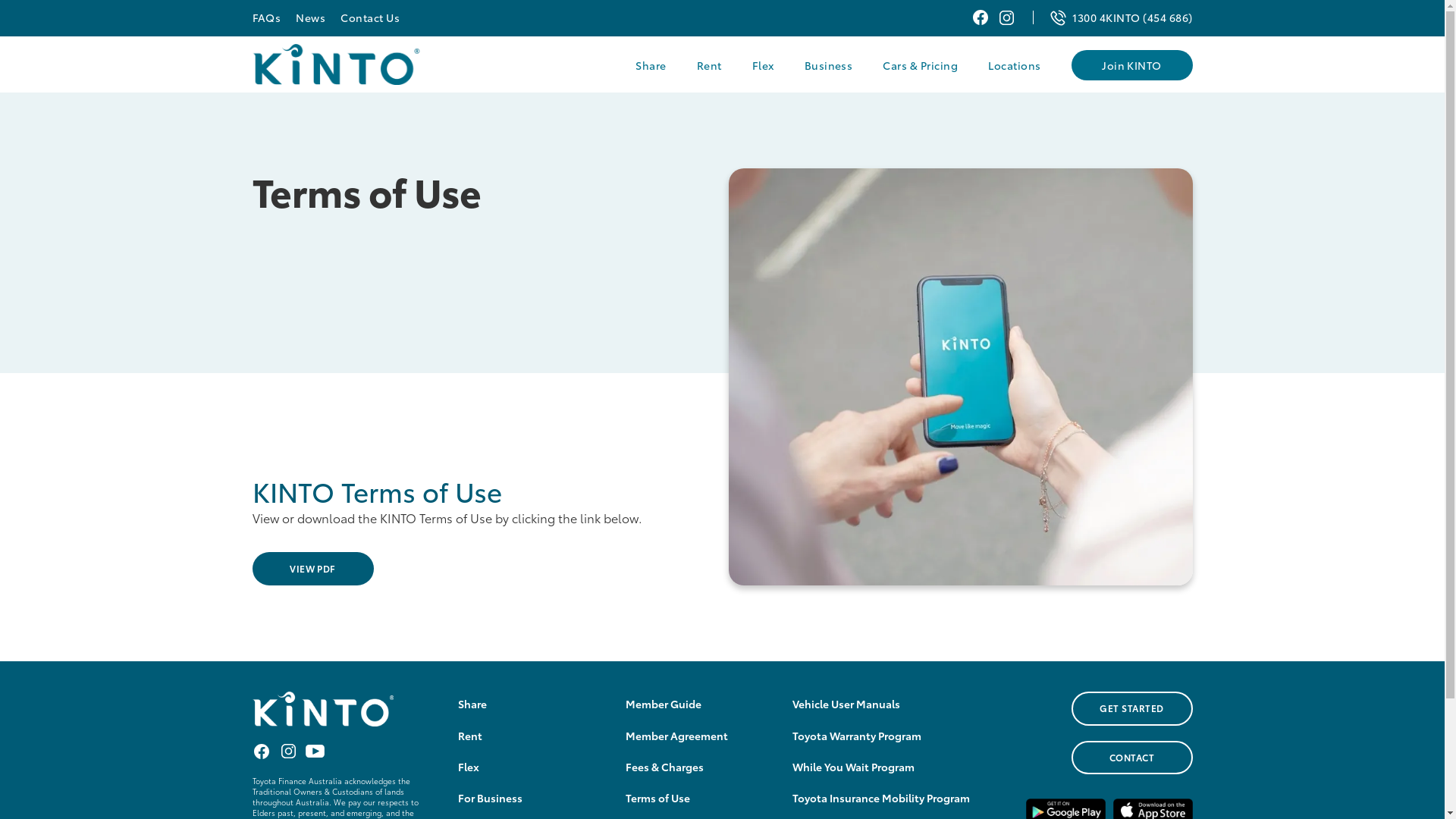  I want to click on 'CONTACT', so click(1069, 758).